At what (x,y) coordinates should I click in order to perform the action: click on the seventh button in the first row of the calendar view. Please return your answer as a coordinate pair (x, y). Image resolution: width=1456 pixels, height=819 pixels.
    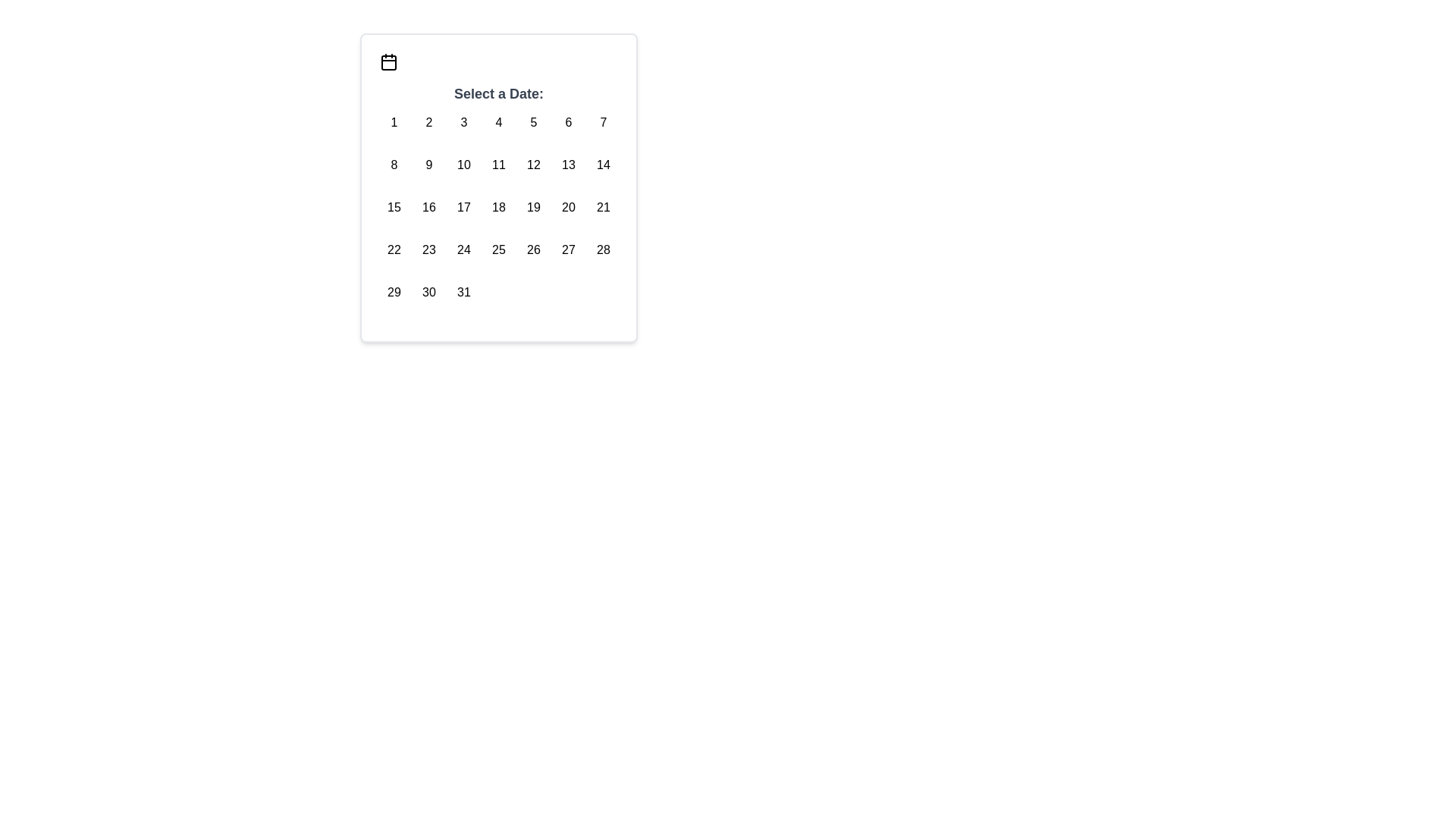
    Looking at the image, I should click on (603, 122).